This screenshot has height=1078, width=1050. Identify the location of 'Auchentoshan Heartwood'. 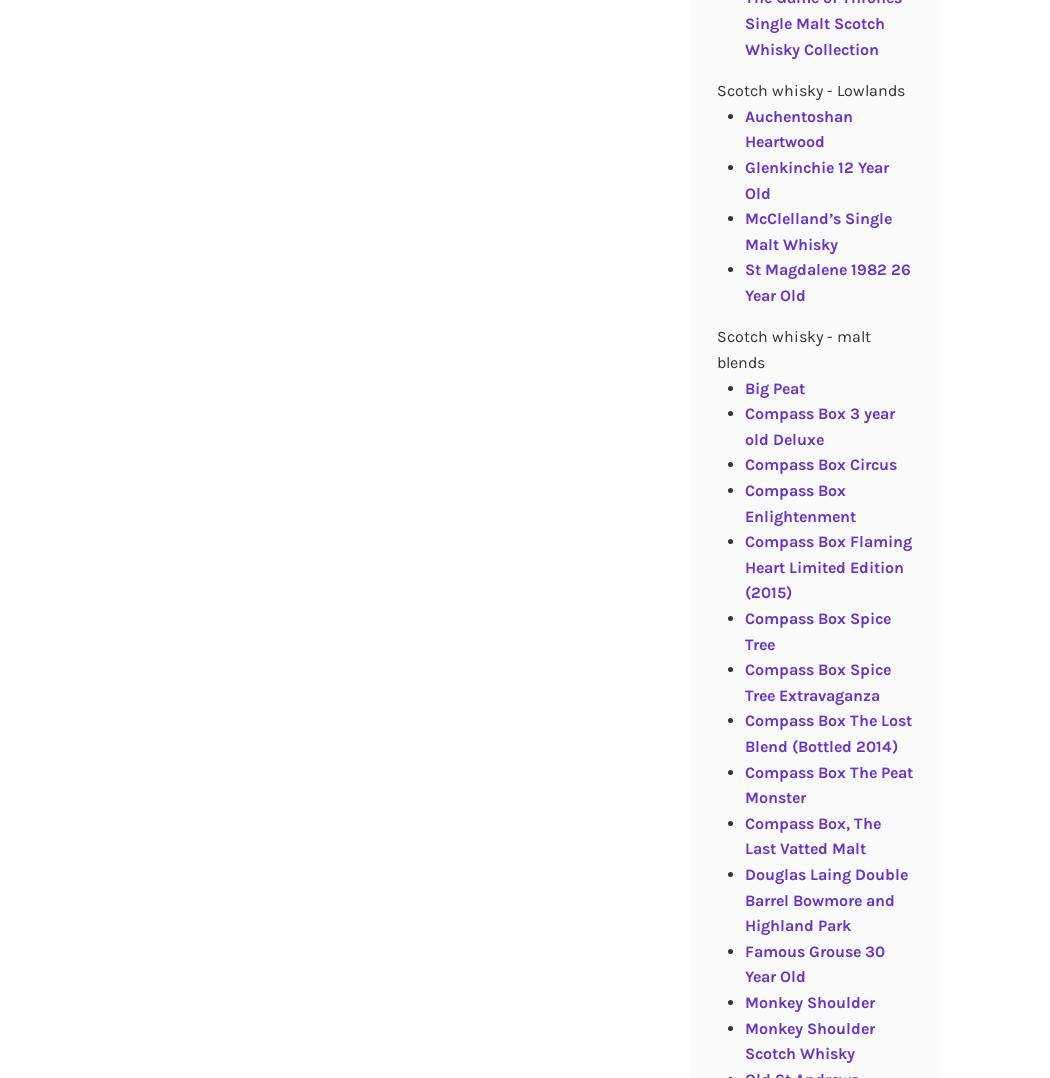
(797, 128).